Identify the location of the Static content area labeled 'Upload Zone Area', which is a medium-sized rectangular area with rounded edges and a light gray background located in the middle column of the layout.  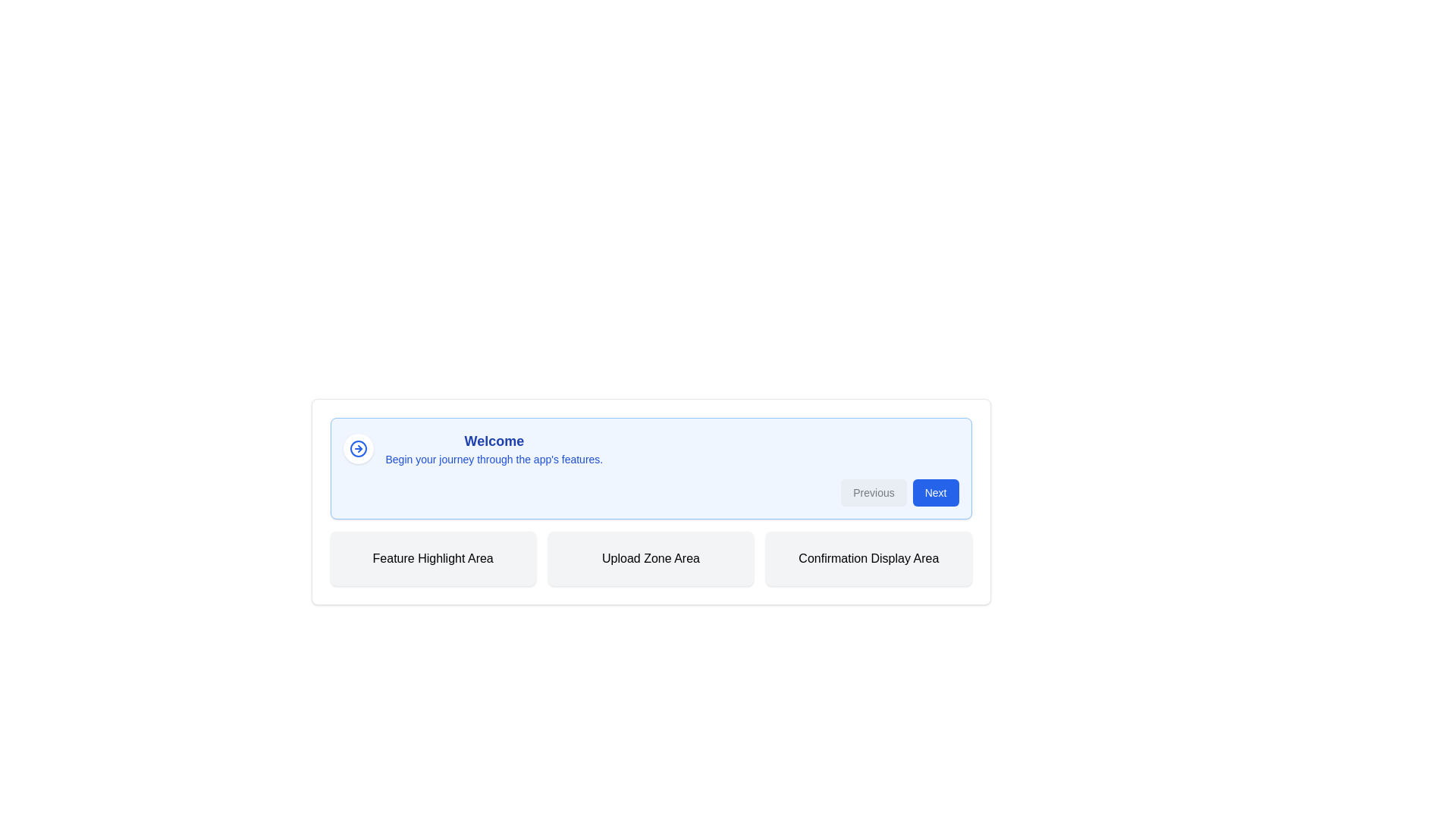
(651, 558).